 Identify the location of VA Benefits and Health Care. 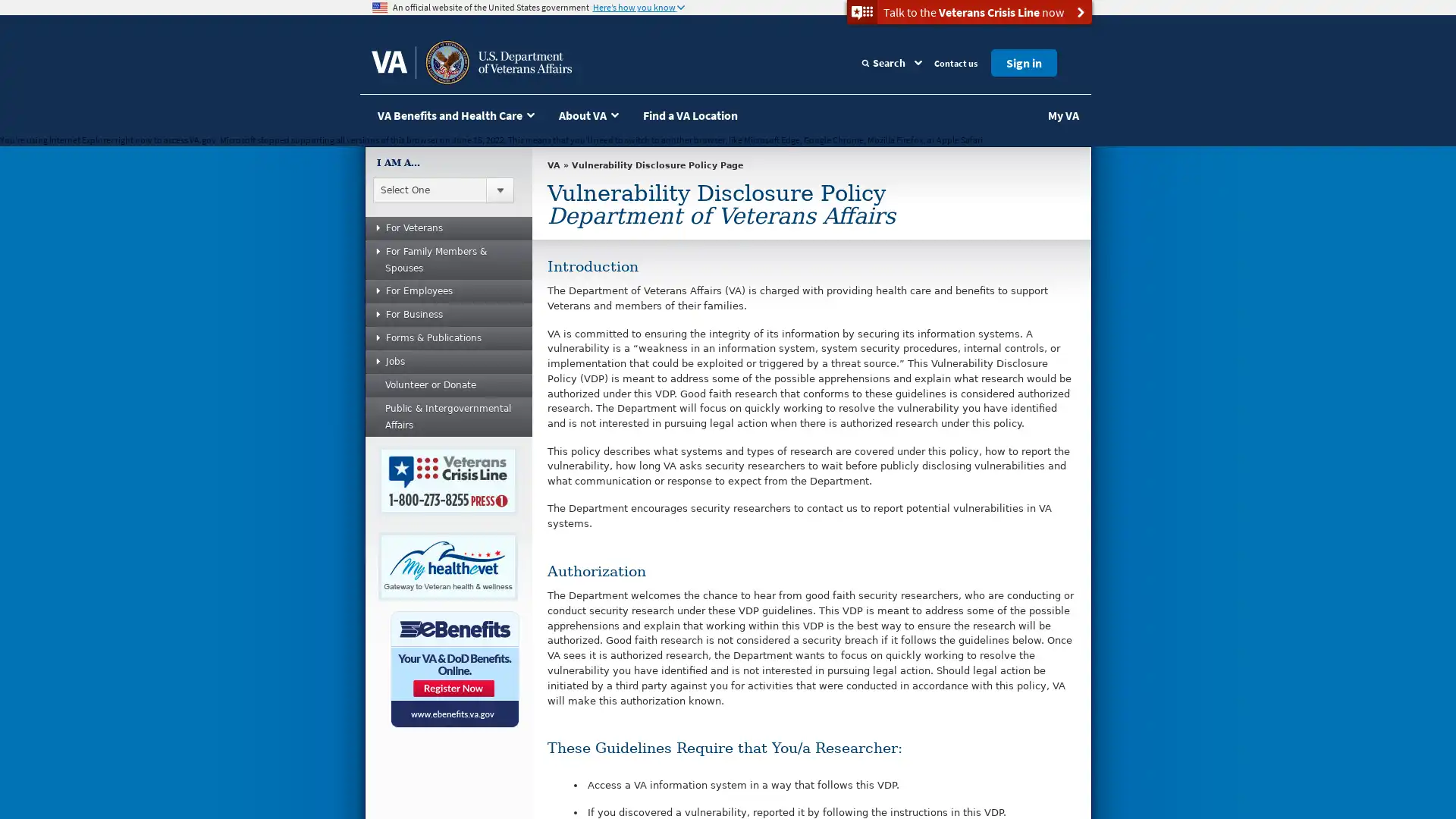
(454, 112).